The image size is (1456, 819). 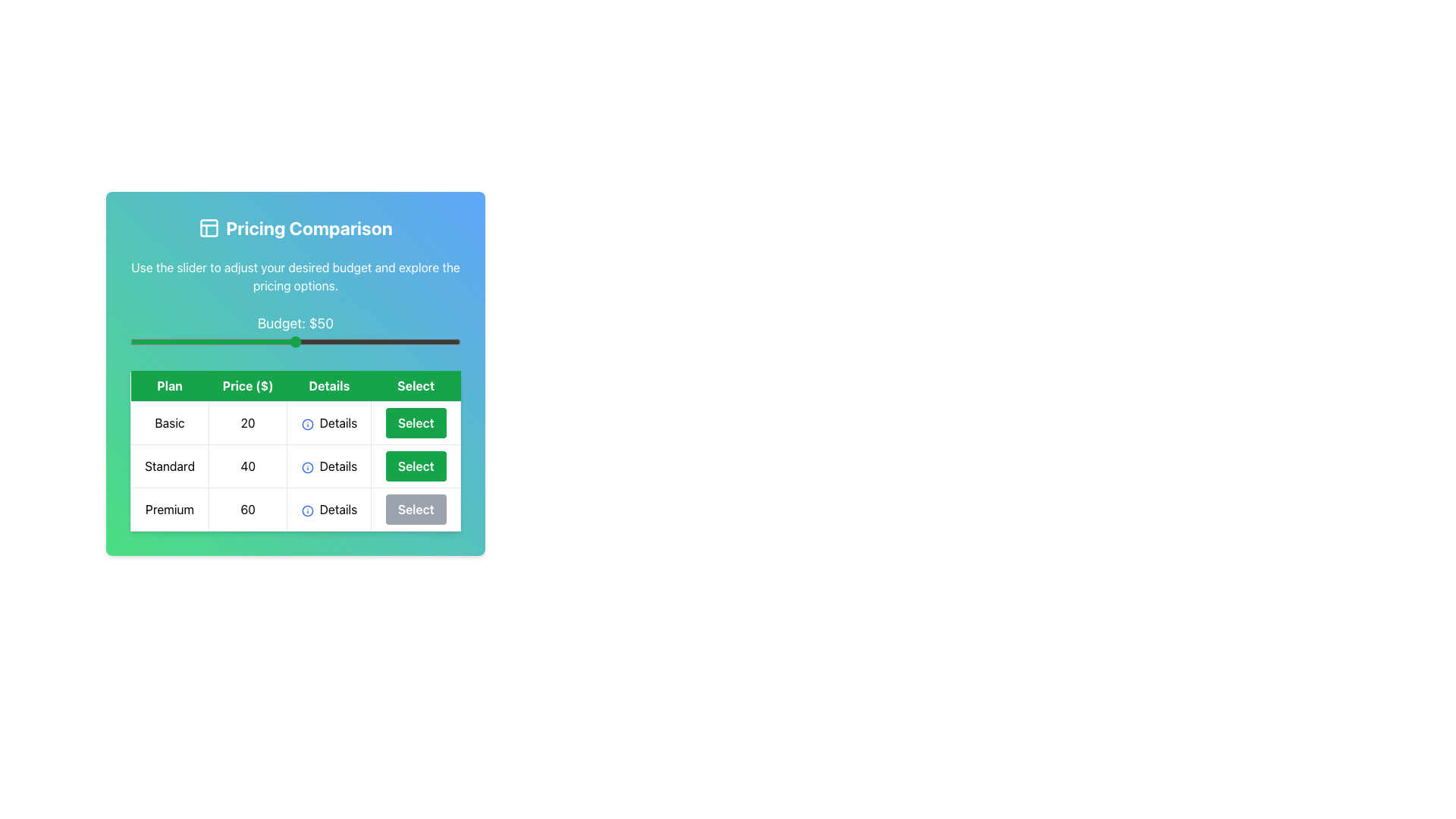 I want to click on the Text label in the 'Pricing Comparison' section that describes the specific plan name, located at the intersection of the first row and first column of the pricing table, so click(x=170, y=423).